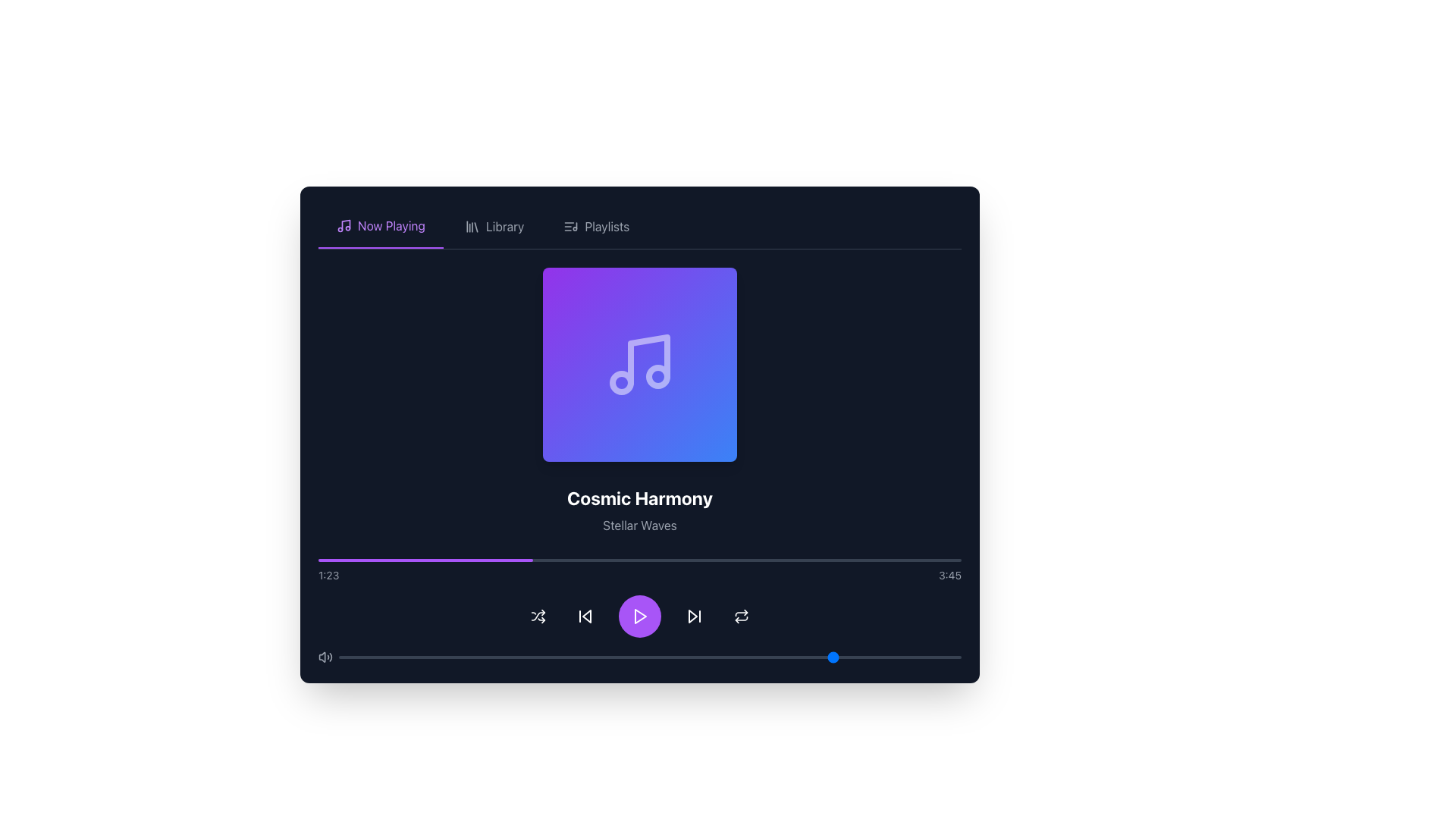 The width and height of the screenshot is (1456, 819). What do you see at coordinates (538, 657) in the screenshot?
I see `the slider` at bounding box center [538, 657].